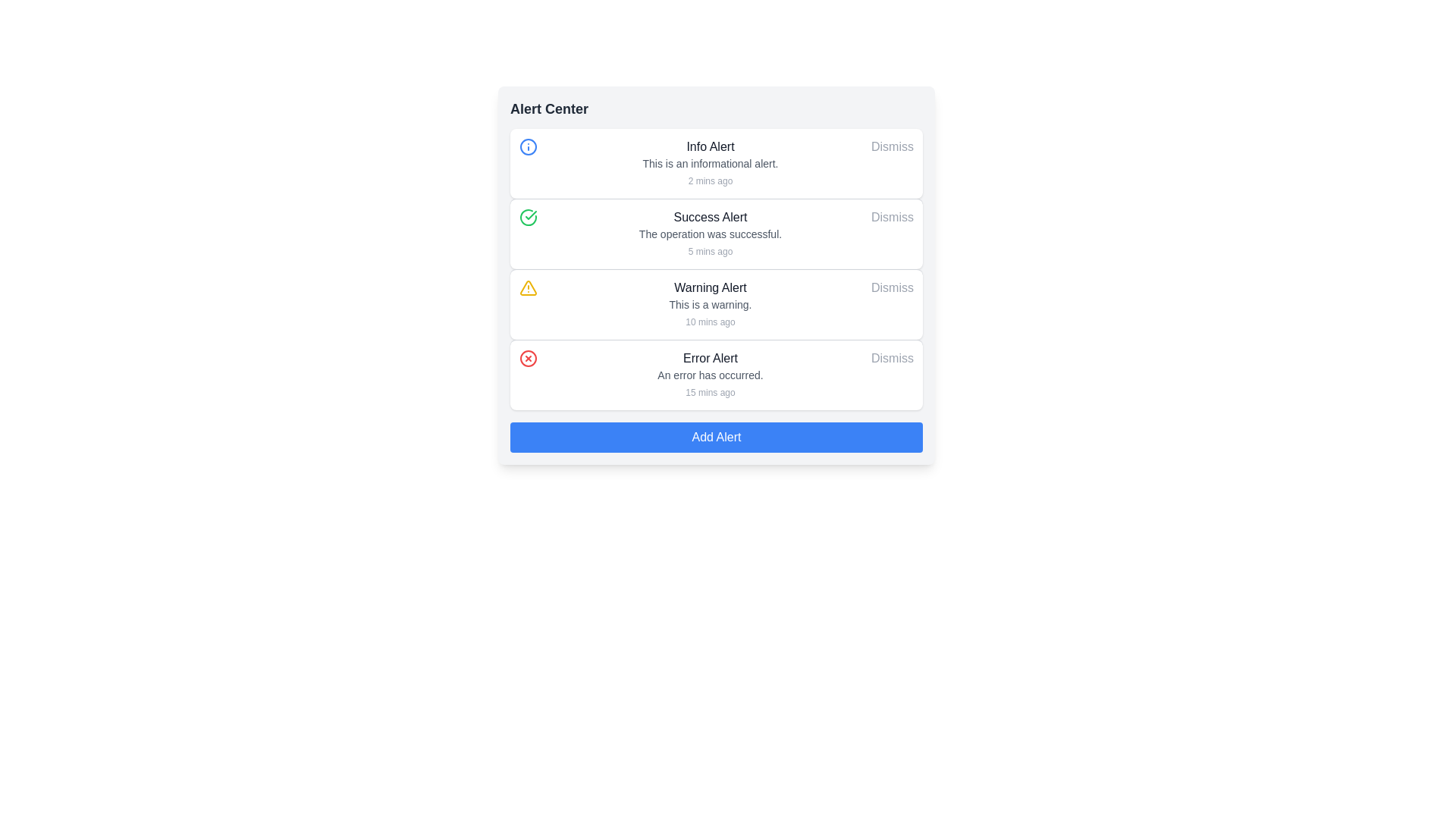 The image size is (1456, 819). What do you see at coordinates (892, 217) in the screenshot?
I see `the 'Dismiss' button, a light gray text button located on the far-right side of the 'Success Alert' message box` at bounding box center [892, 217].